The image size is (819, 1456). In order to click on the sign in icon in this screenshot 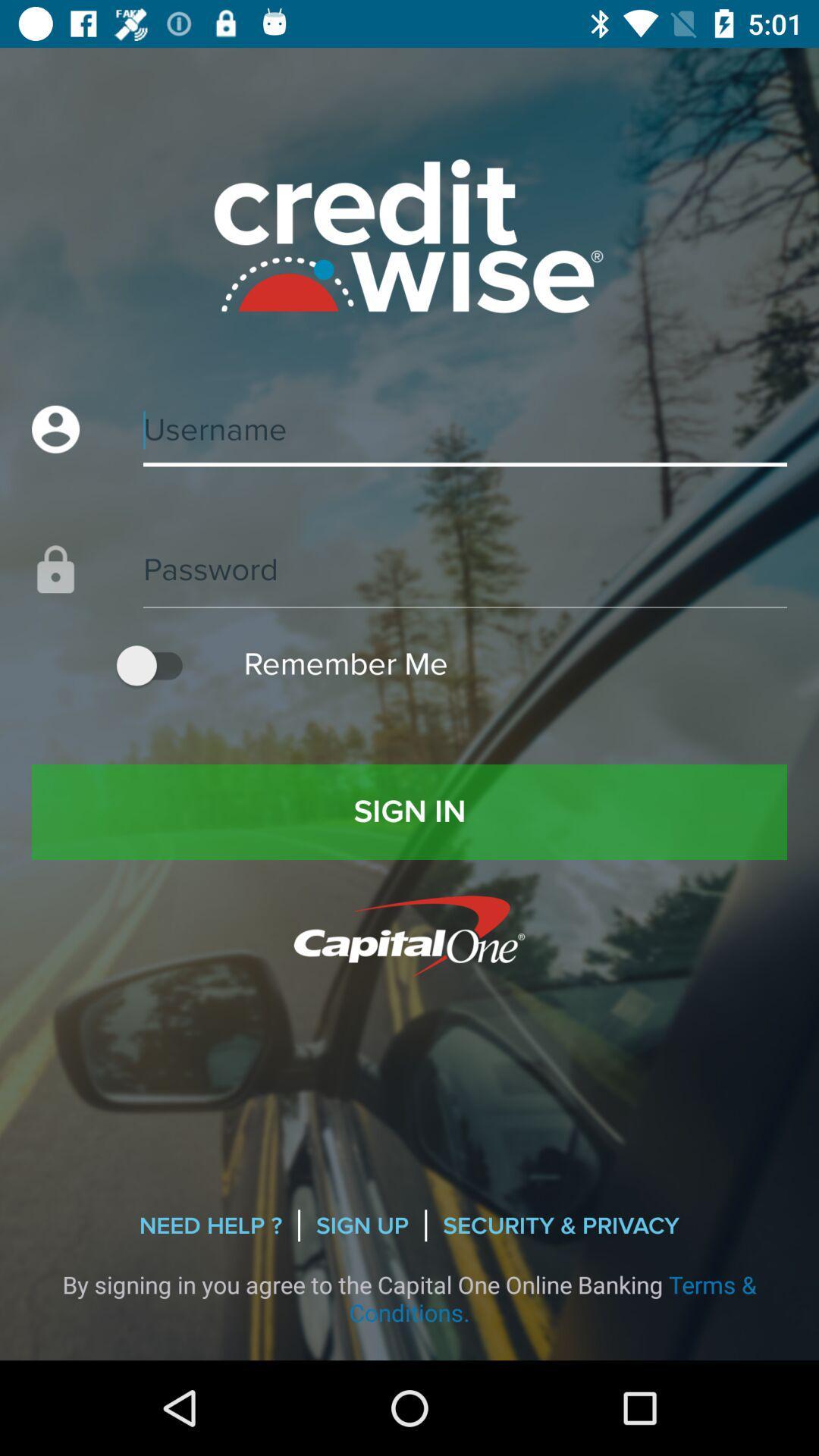, I will do `click(409, 811)`.